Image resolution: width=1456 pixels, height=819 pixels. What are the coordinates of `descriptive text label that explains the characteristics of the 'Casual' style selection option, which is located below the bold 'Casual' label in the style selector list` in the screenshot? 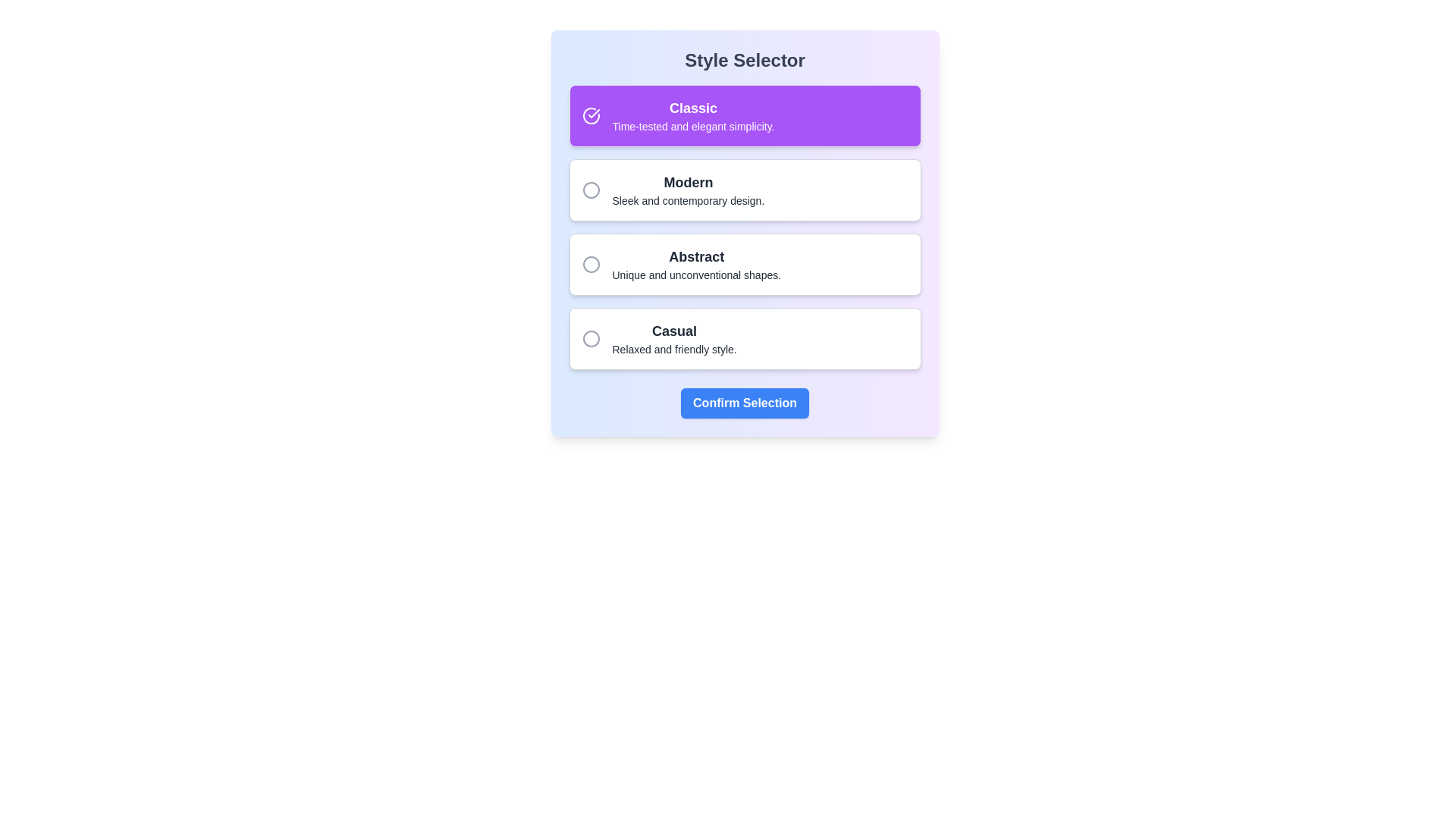 It's located at (673, 350).